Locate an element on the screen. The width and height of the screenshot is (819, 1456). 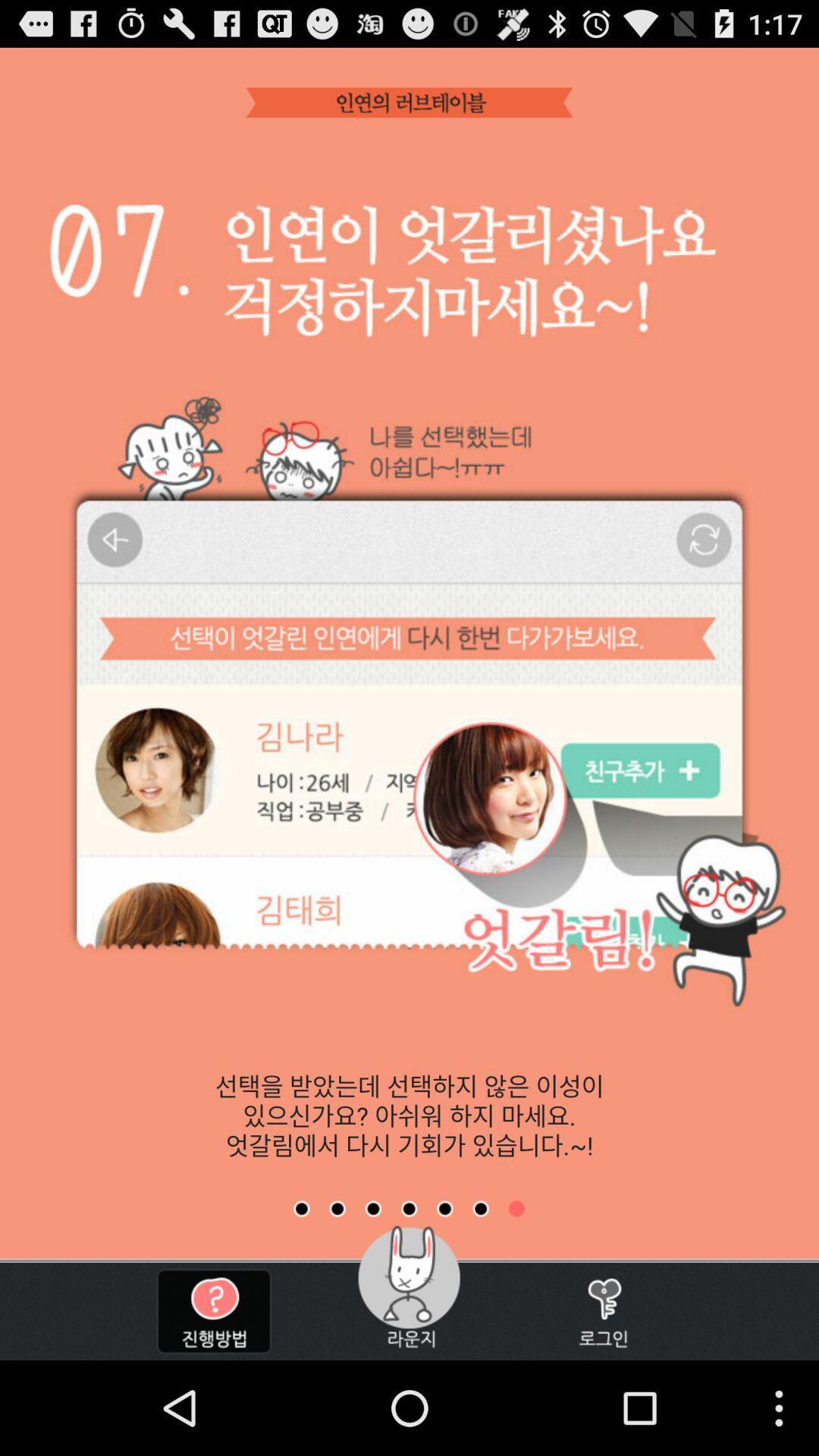
the button at the bottom right corner is located at coordinates (603, 1310).